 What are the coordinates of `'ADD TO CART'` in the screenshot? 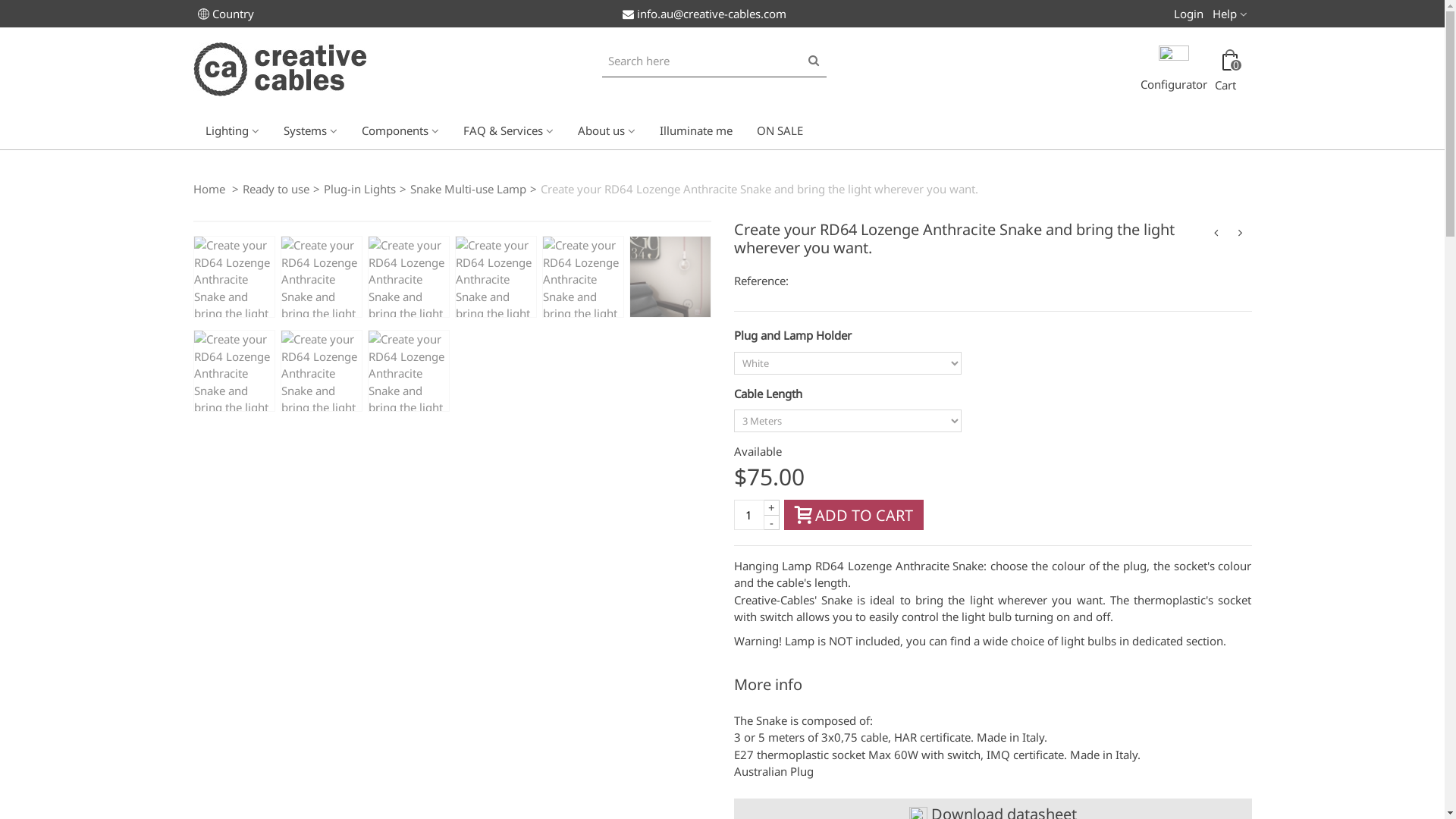 It's located at (854, 513).